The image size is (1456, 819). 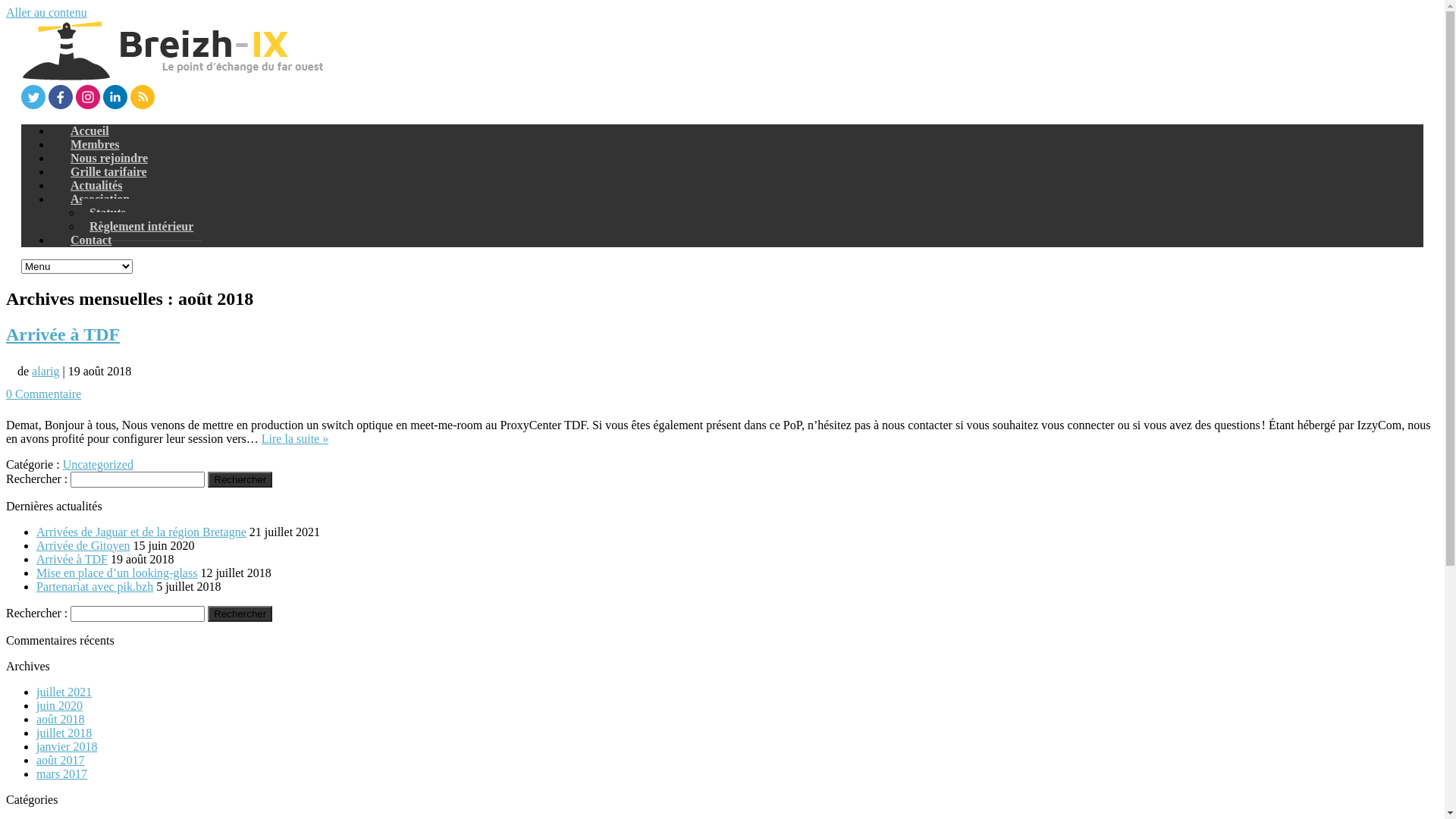 What do you see at coordinates (36, 732) in the screenshot?
I see `'juillet 2018'` at bounding box center [36, 732].